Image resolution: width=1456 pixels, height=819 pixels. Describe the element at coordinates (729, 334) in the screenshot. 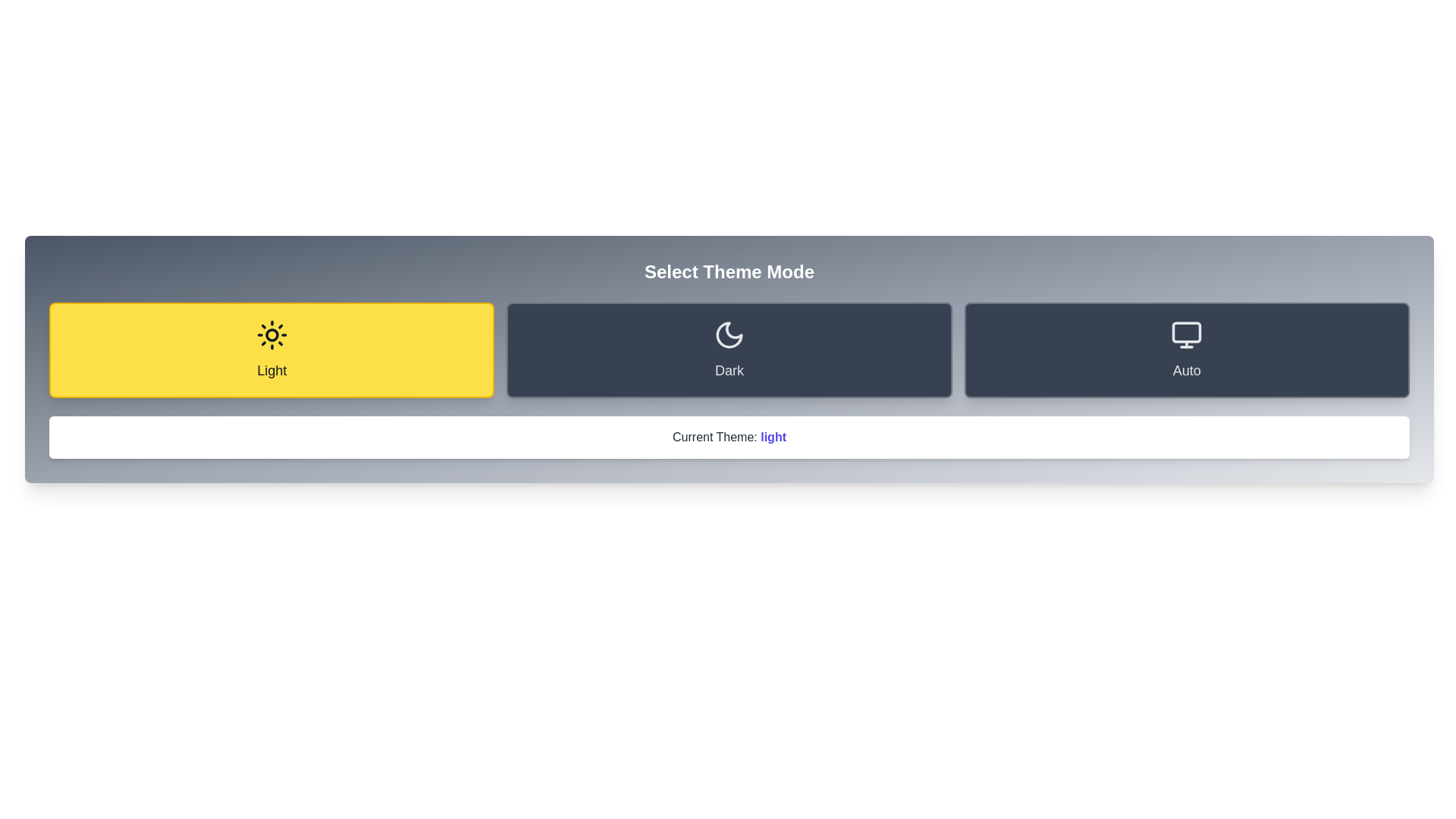

I see `the SVG icon representing a crescent moon, which is located at the top center of the 'Dark' card in the second card of a horizontal set of three cards` at that location.